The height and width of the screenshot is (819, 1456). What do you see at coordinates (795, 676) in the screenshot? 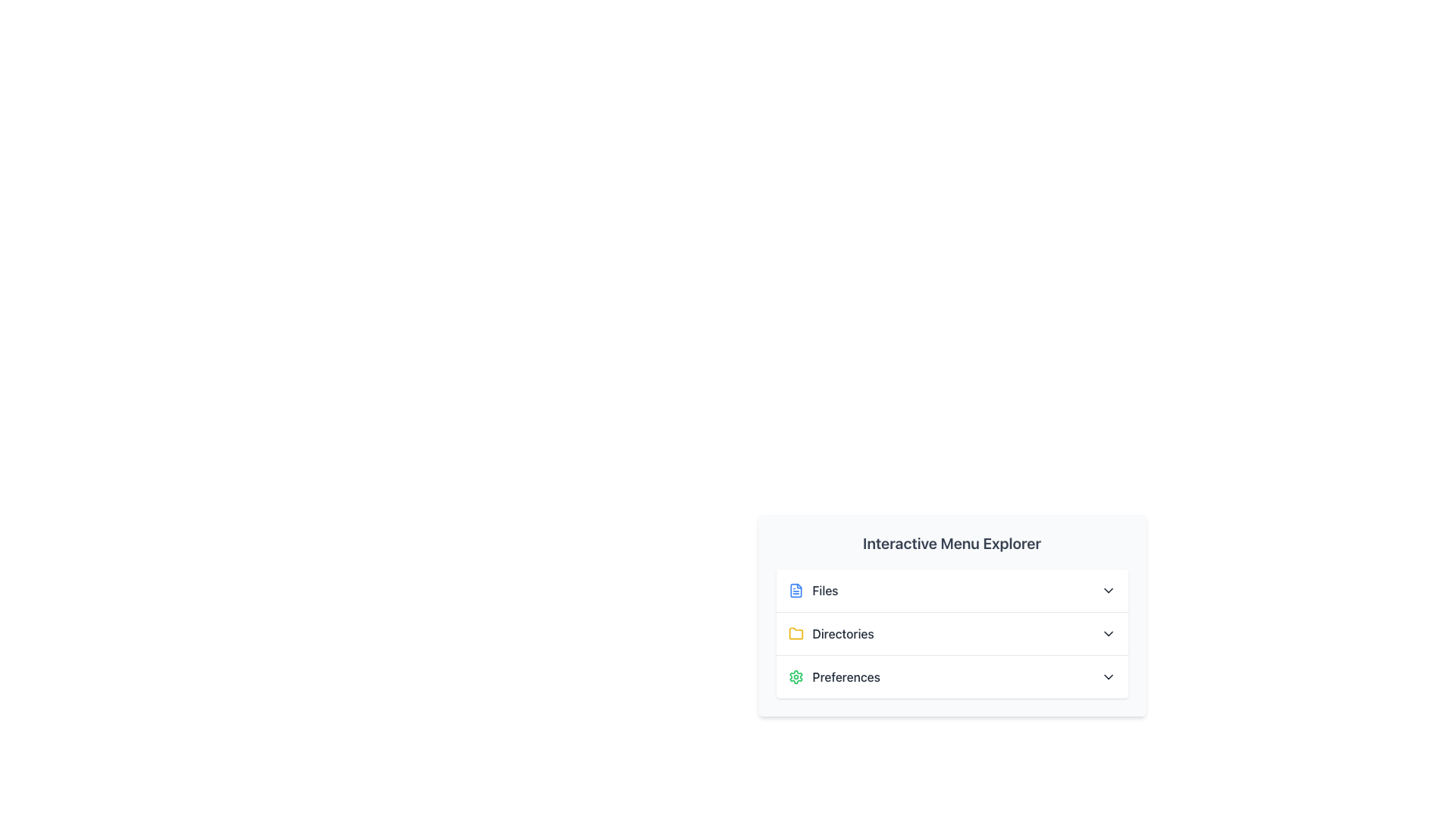
I see `the green gear icon located to the left of the 'Preferences' label to invoke preferences` at bounding box center [795, 676].